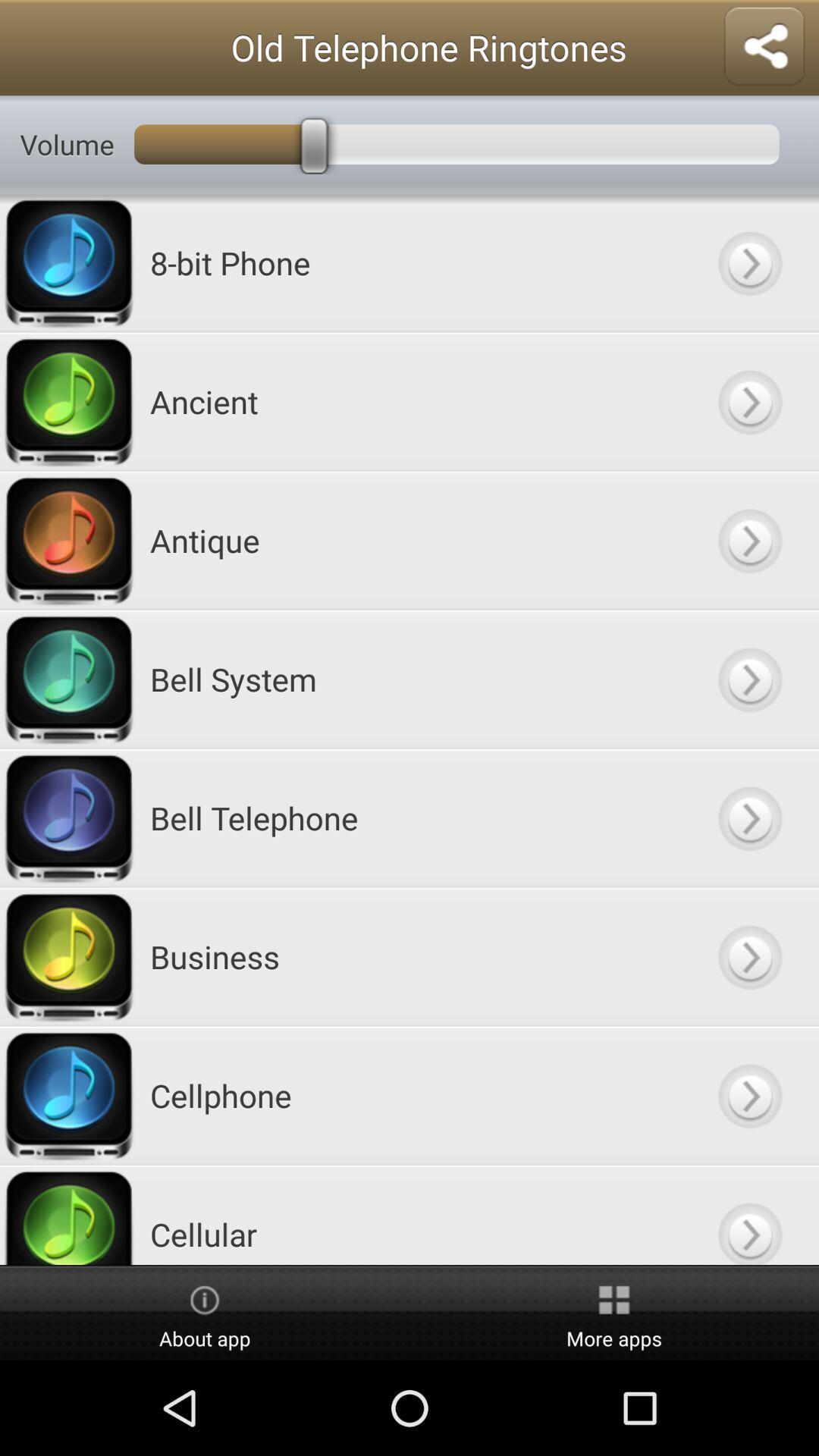 The width and height of the screenshot is (819, 1456). Describe the element at coordinates (748, 678) in the screenshot. I see `sound button` at that location.